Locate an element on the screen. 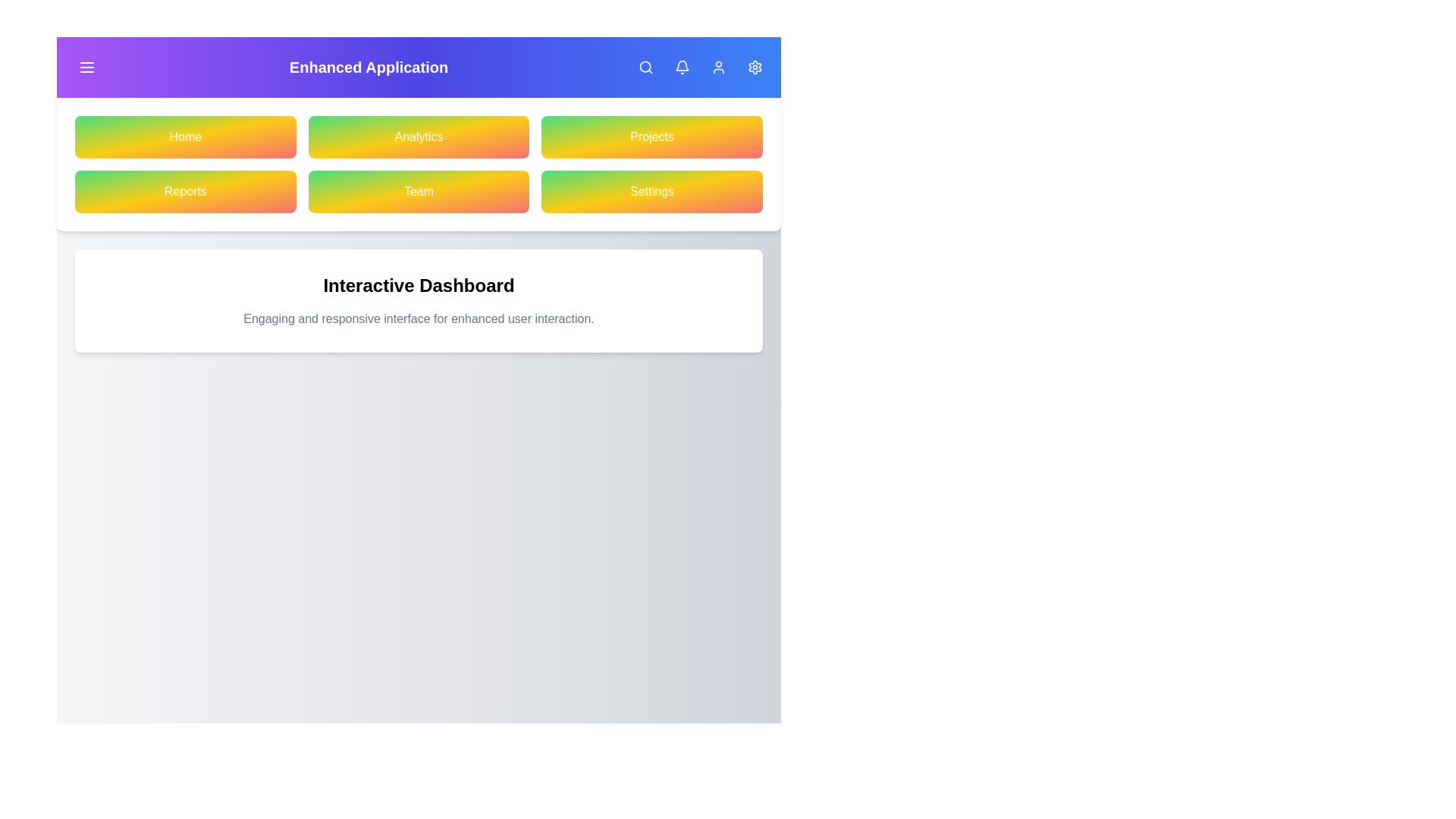  the User header icon is located at coordinates (718, 66).